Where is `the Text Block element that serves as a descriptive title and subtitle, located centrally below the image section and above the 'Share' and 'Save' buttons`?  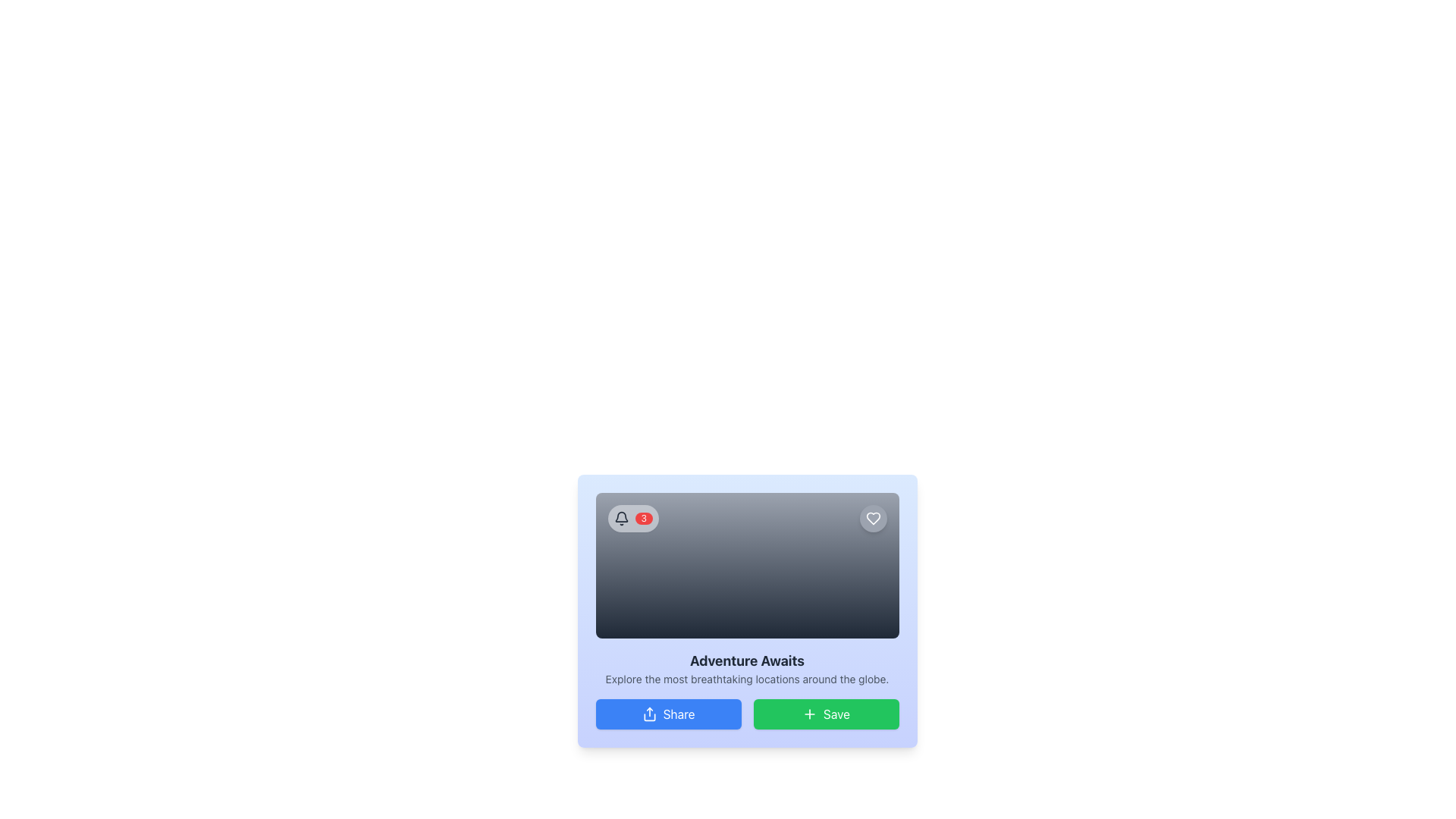 the Text Block element that serves as a descriptive title and subtitle, located centrally below the image section and above the 'Share' and 'Save' buttons is located at coordinates (747, 668).